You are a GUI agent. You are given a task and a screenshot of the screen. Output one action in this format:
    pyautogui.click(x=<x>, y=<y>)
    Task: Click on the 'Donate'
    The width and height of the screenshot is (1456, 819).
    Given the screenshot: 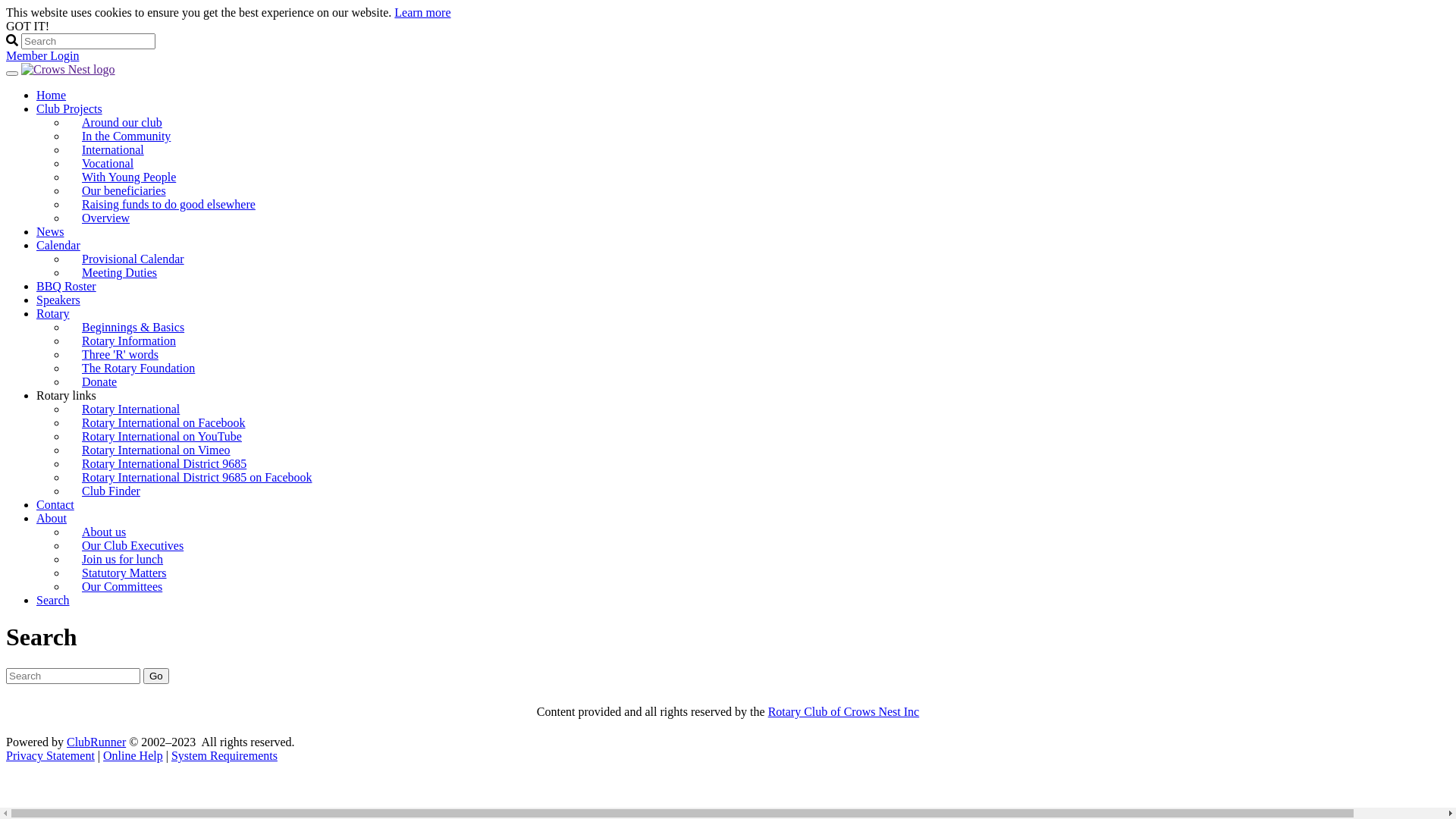 What is the action you would take?
    pyautogui.click(x=98, y=381)
    